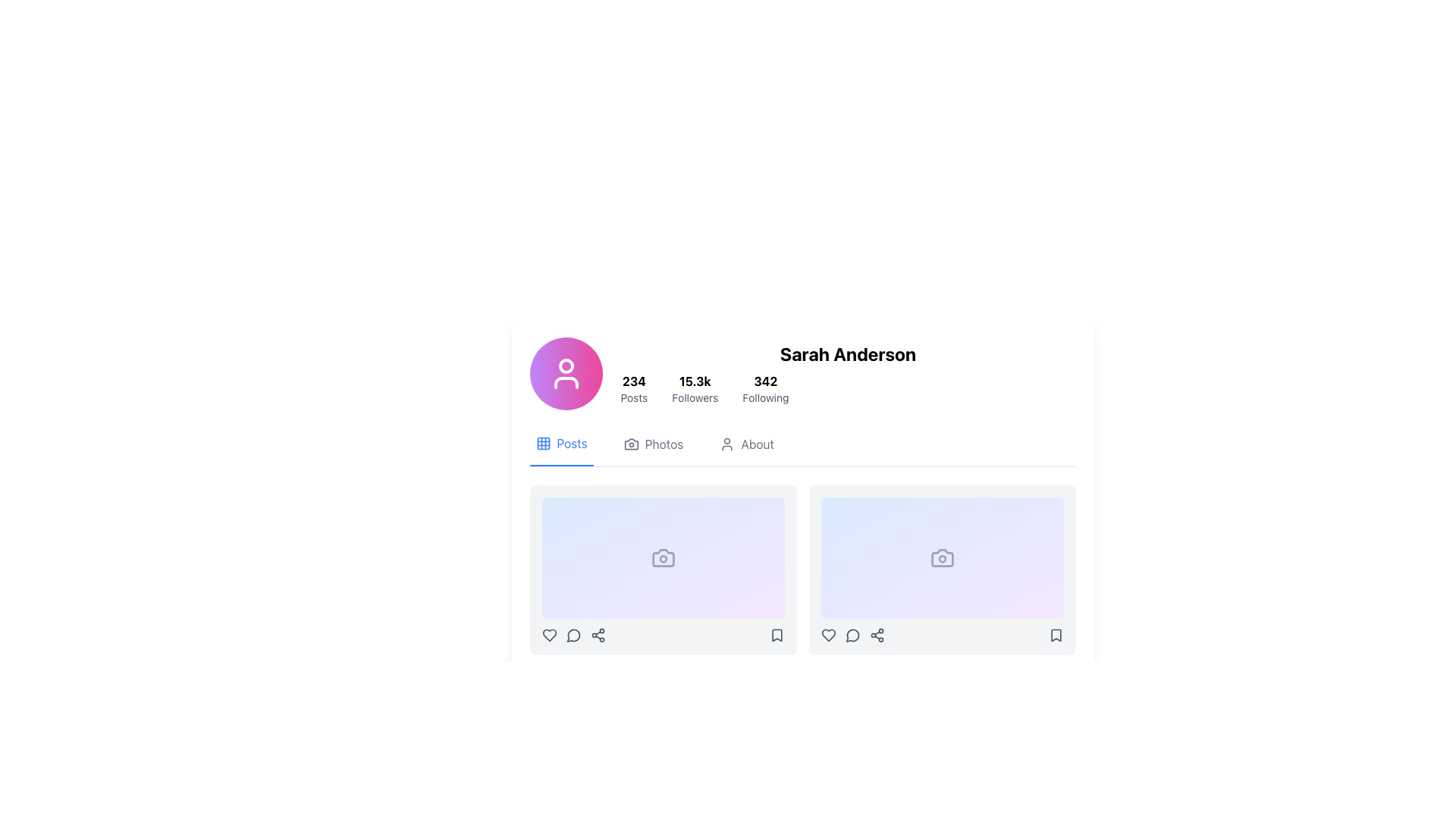  What do you see at coordinates (573, 635) in the screenshot?
I see `the speech bubble icon in the action bar below the post` at bounding box center [573, 635].